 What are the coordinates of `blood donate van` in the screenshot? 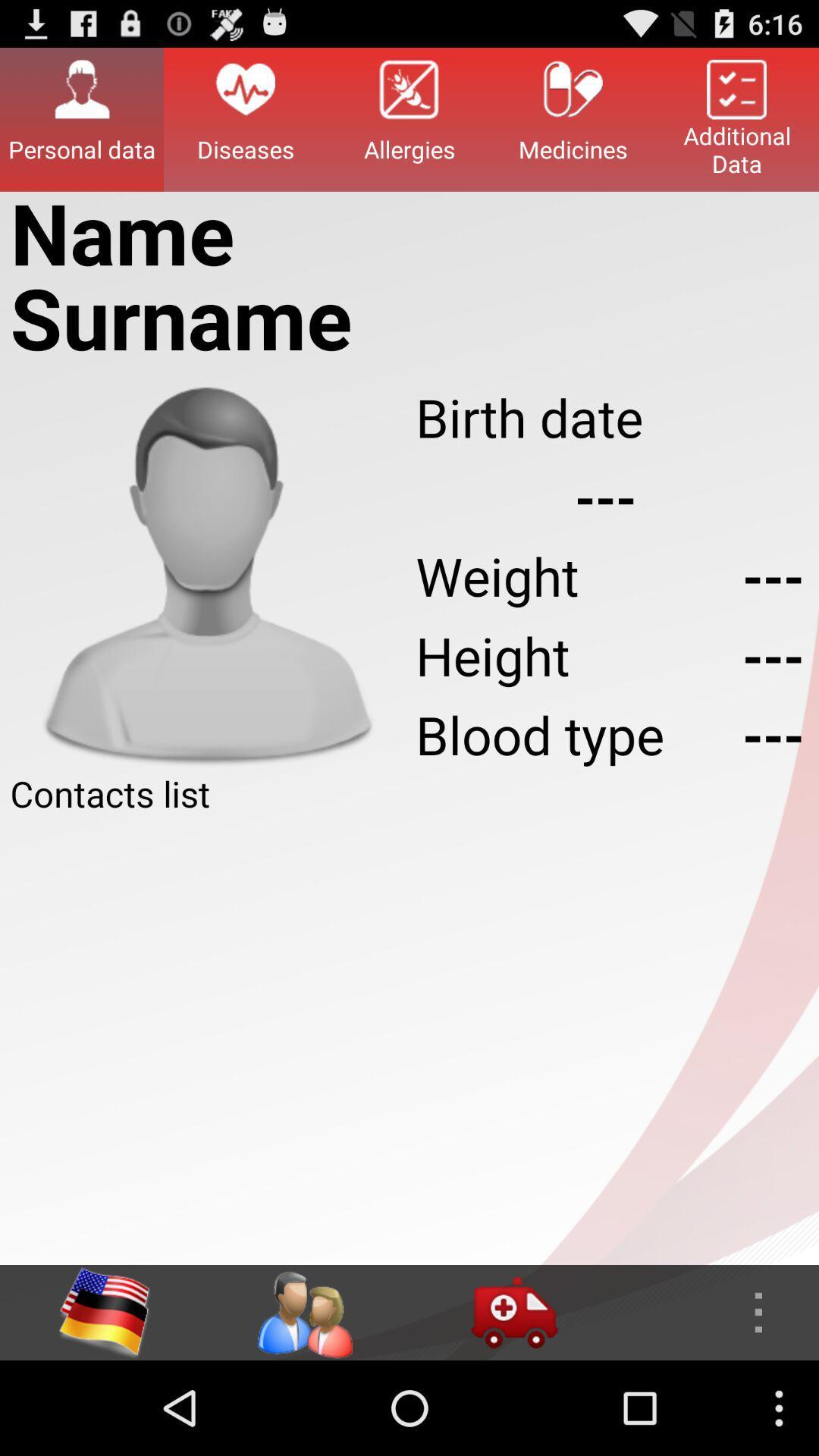 It's located at (513, 1312).